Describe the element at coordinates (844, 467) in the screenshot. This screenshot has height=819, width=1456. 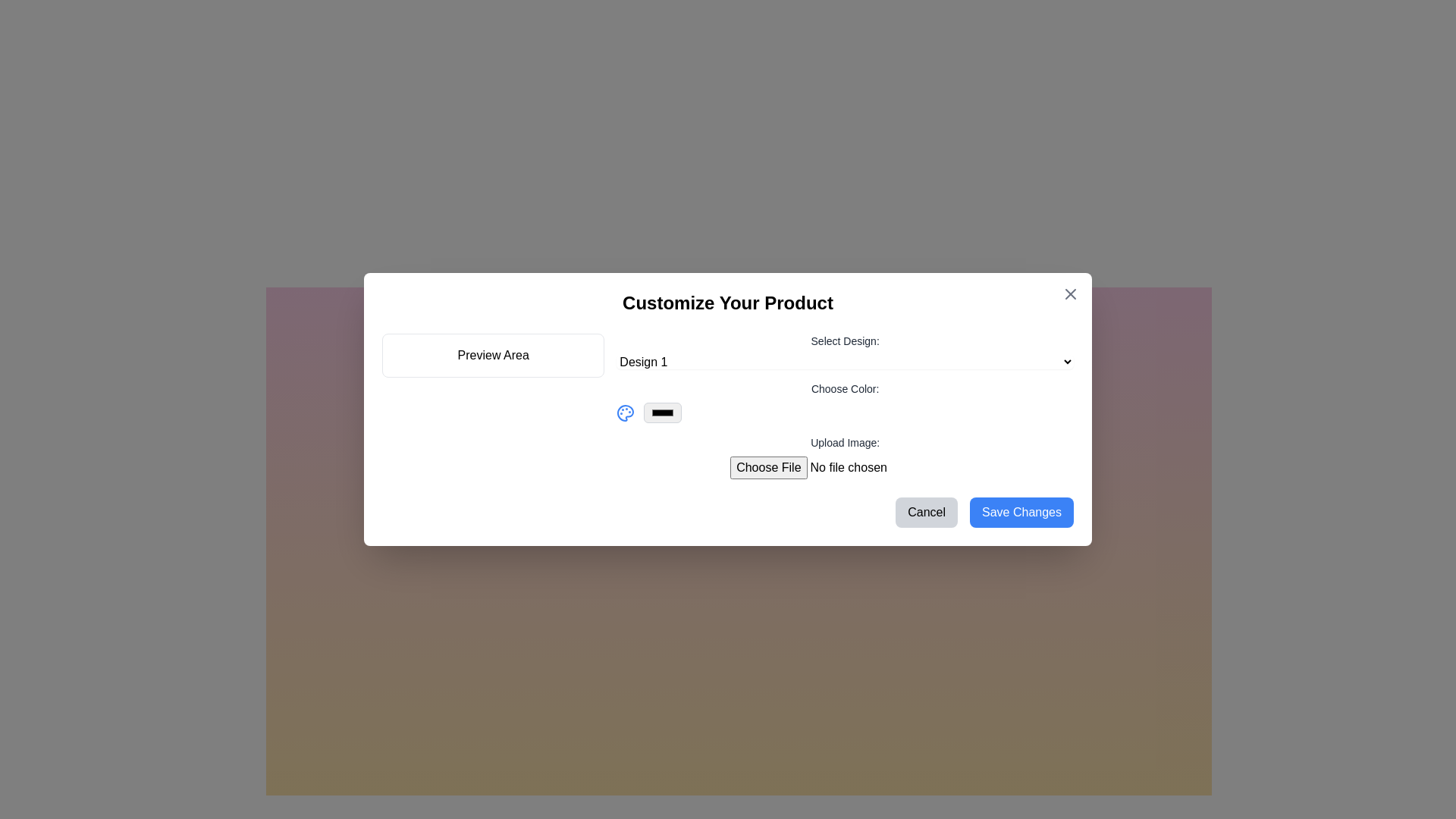
I see `the 'Choose File' button in the 'Upload Image:' section` at that location.